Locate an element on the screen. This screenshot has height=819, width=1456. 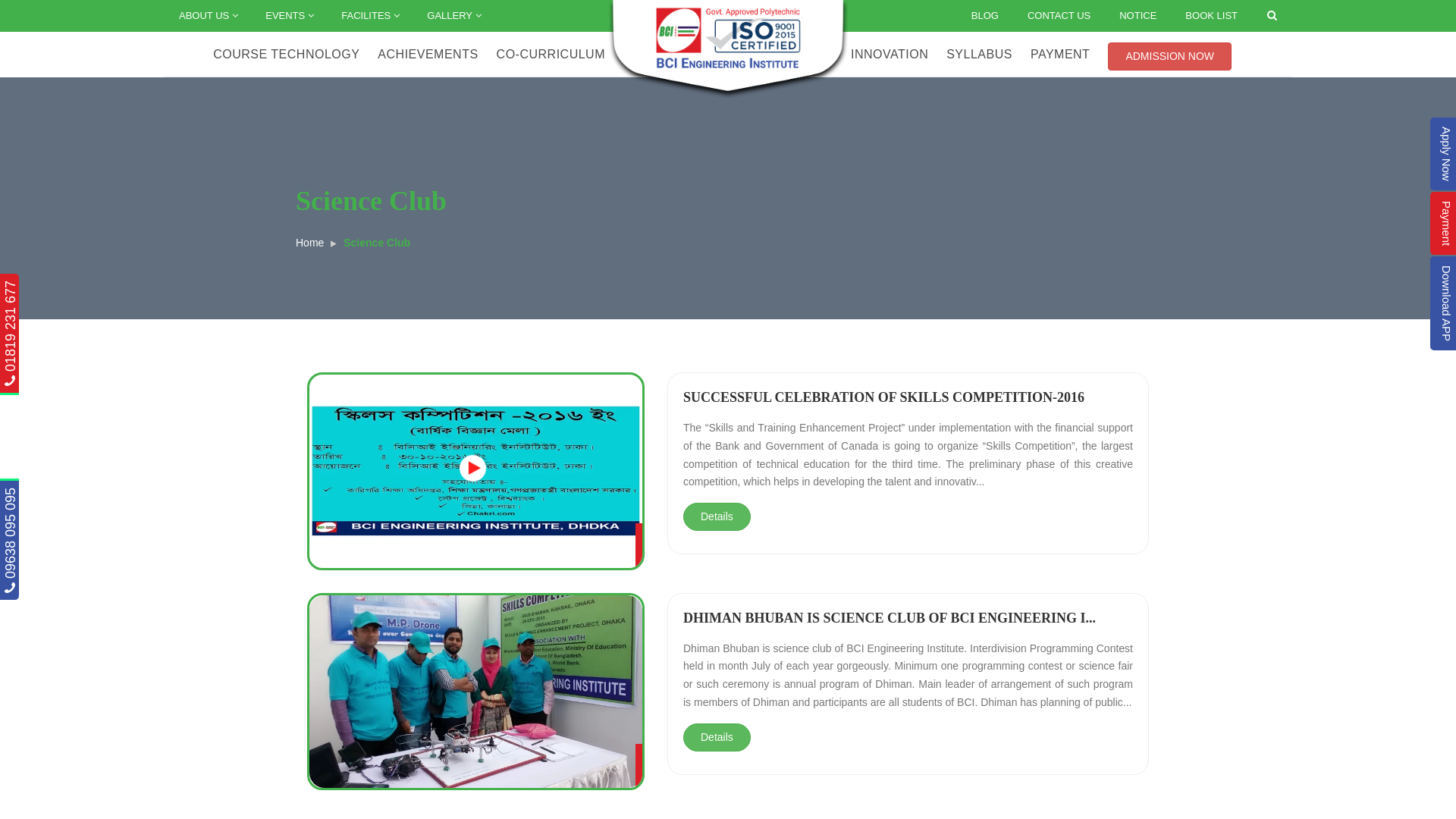
'EVENTS' is located at coordinates (250, 15).